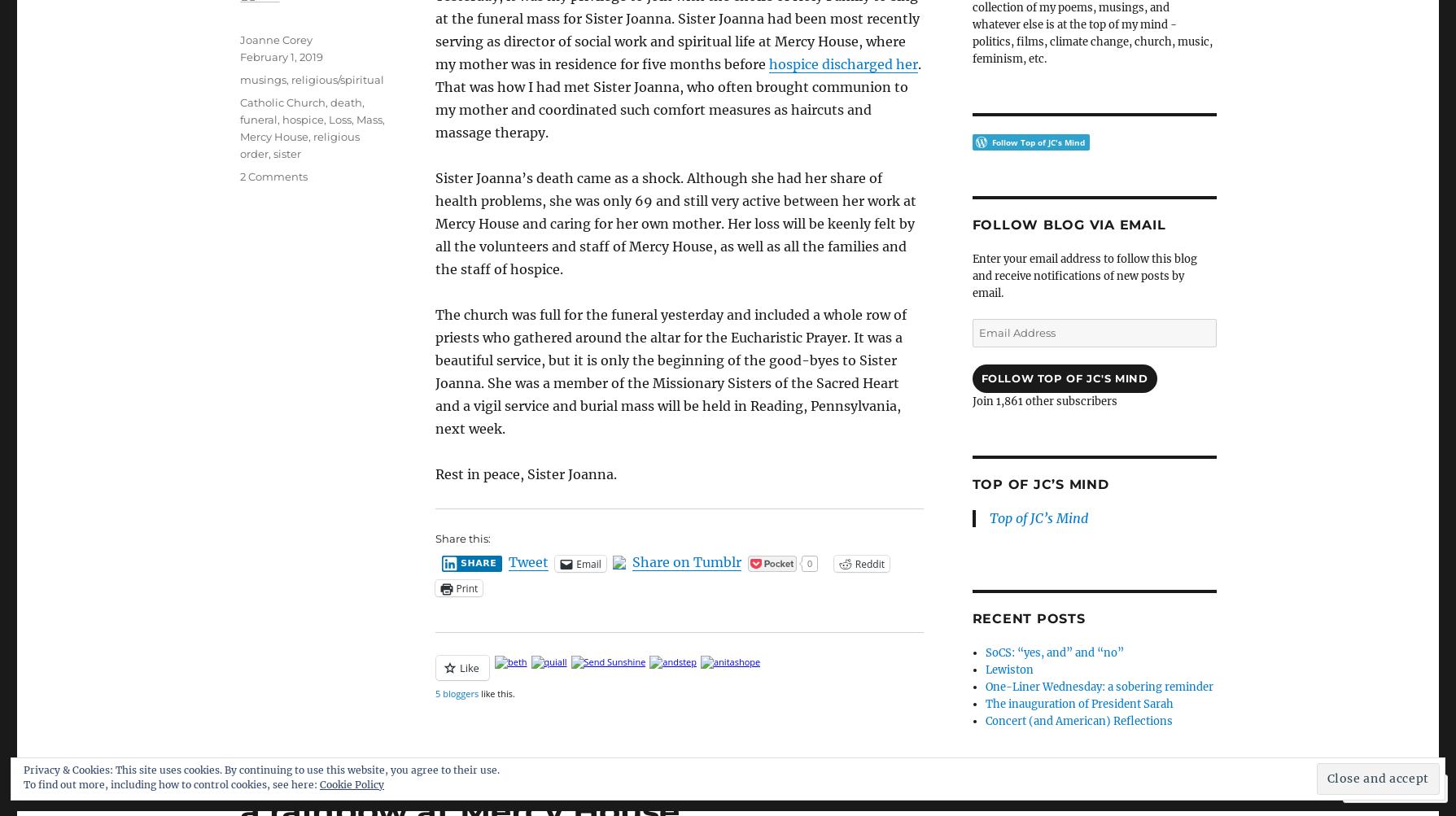  What do you see at coordinates (478, 563) in the screenshot?
I see `'Share'` at bounding box center [478, 563].